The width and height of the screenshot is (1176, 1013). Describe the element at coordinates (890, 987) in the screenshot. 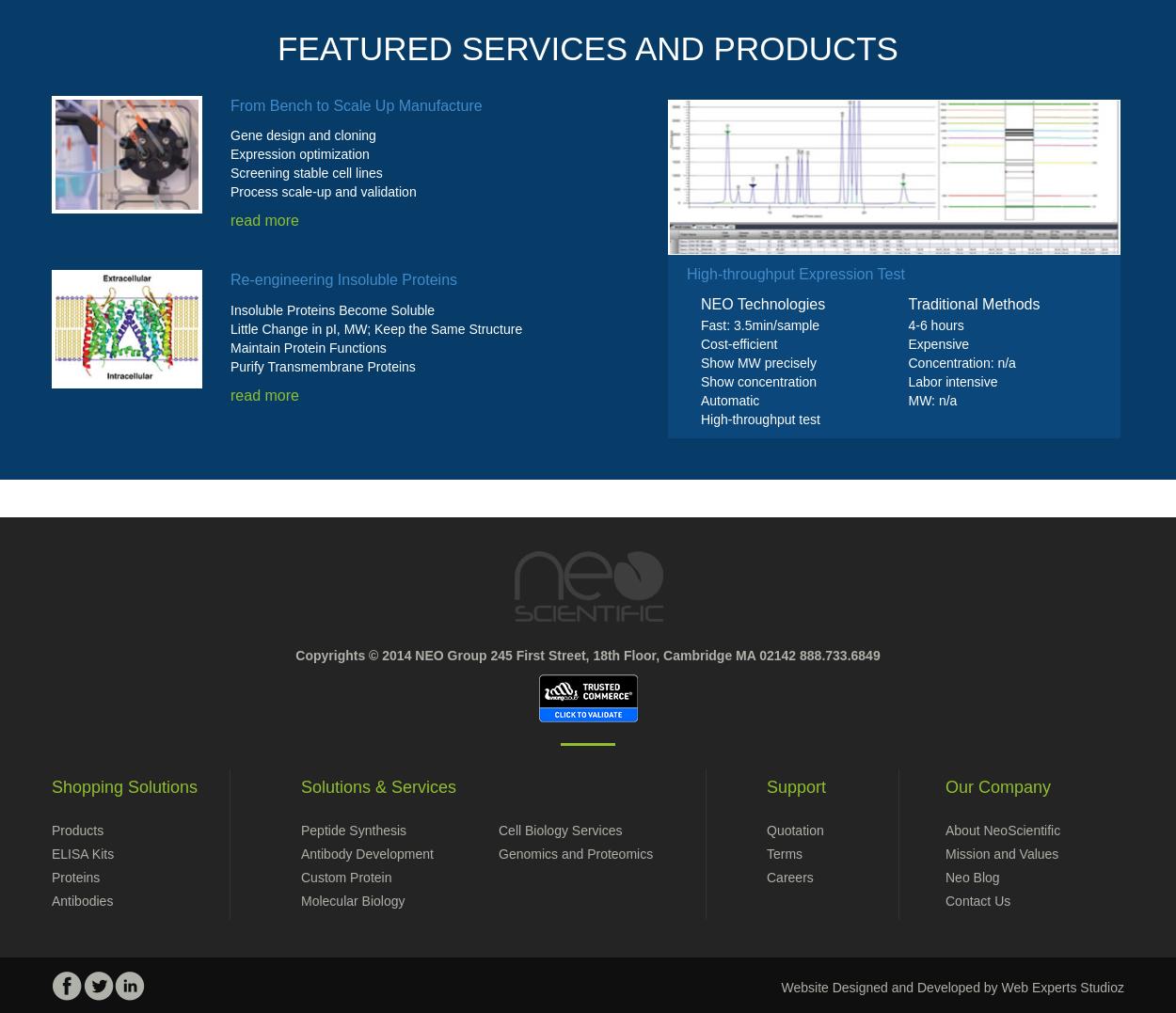

I see `'Website Designed and Developed by'` at that location.